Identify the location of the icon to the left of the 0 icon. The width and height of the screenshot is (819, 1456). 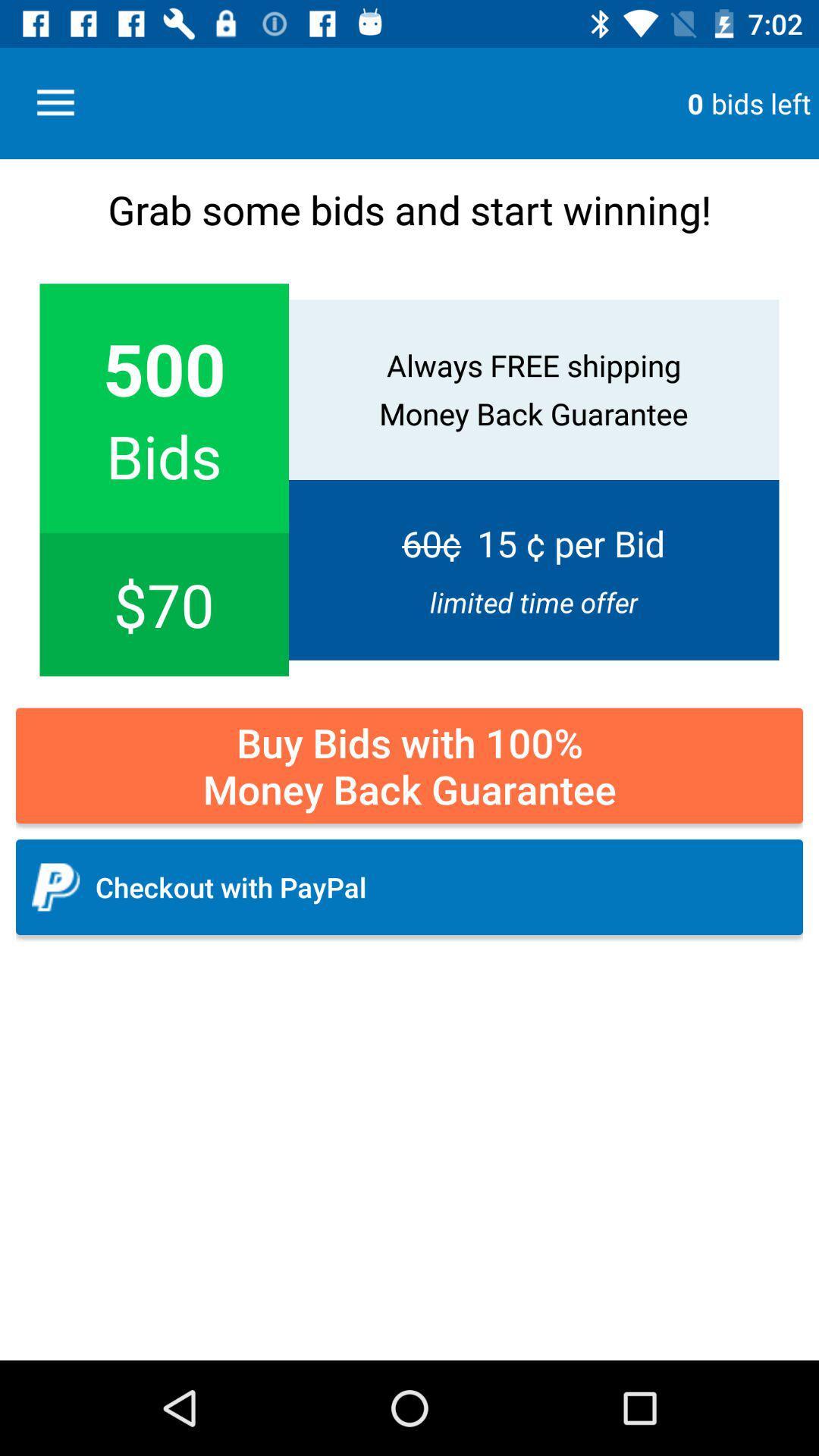
(55, 102).